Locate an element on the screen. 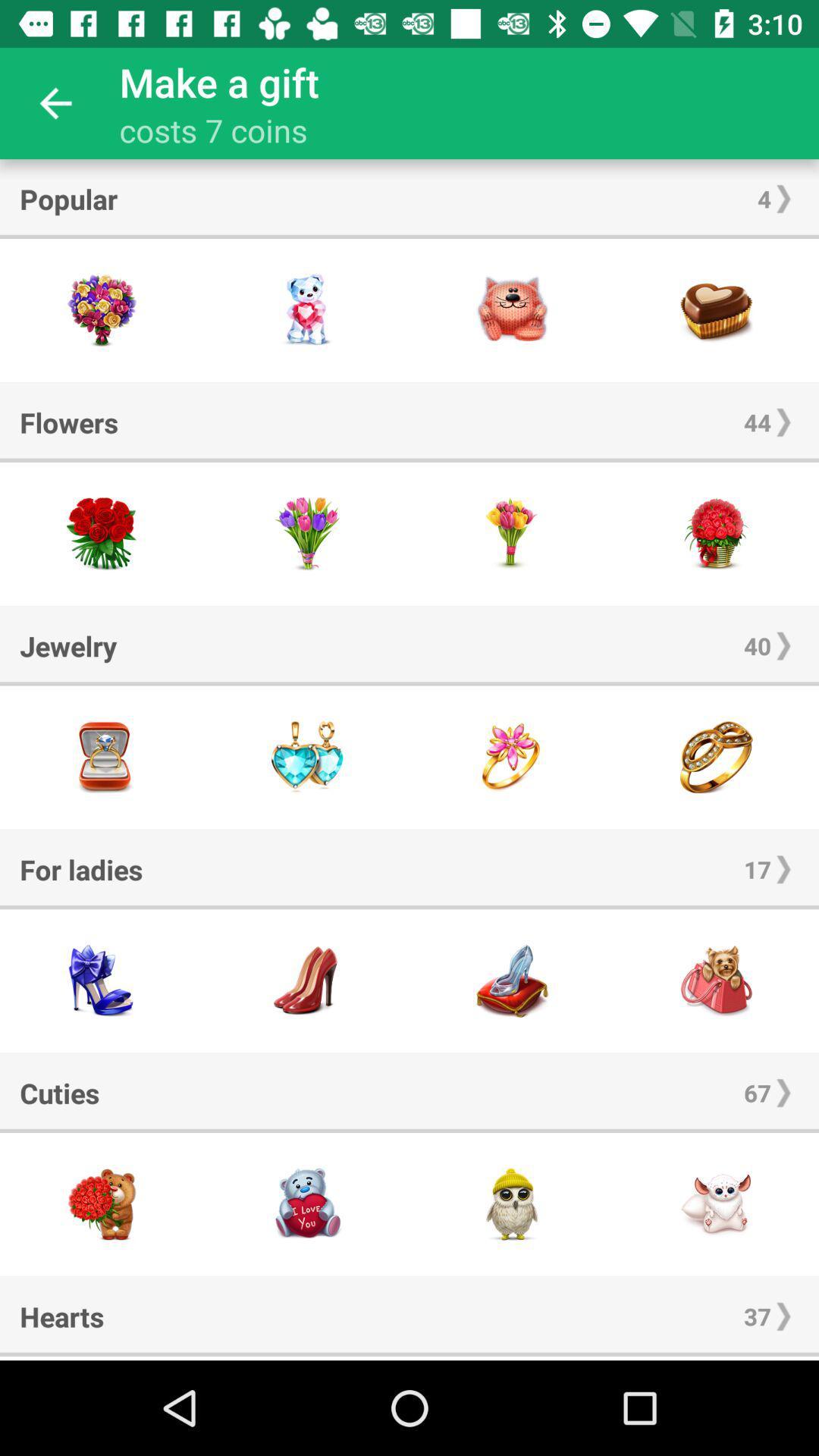  this gift button is located at coordinates (717, 309).